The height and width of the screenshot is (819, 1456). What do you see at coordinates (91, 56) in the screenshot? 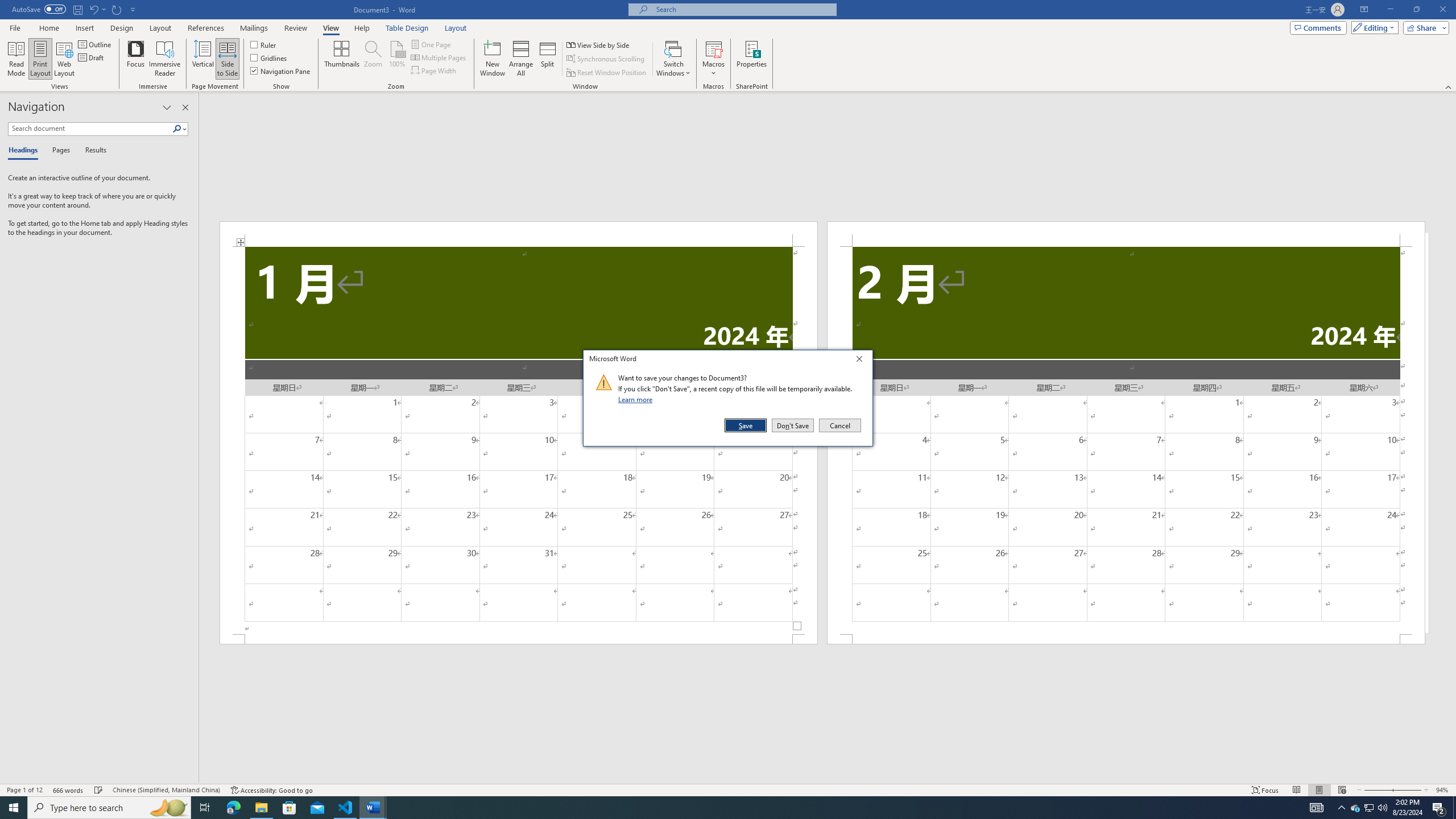
I see `'Draft'` at bounding box center [91, 56].